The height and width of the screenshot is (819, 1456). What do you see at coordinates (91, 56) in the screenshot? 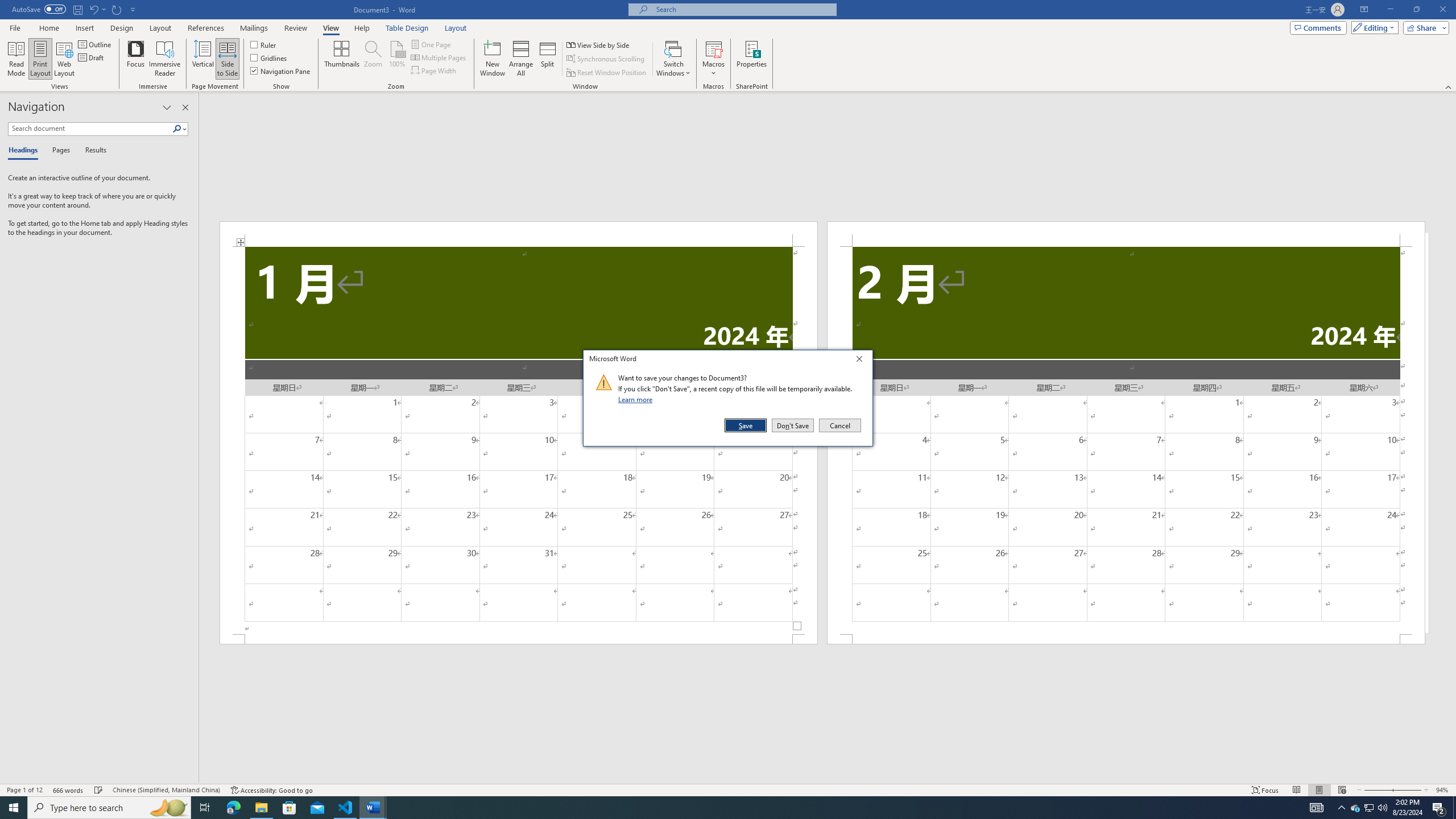
I see `'Draft'` at bounding box center [91, 56].